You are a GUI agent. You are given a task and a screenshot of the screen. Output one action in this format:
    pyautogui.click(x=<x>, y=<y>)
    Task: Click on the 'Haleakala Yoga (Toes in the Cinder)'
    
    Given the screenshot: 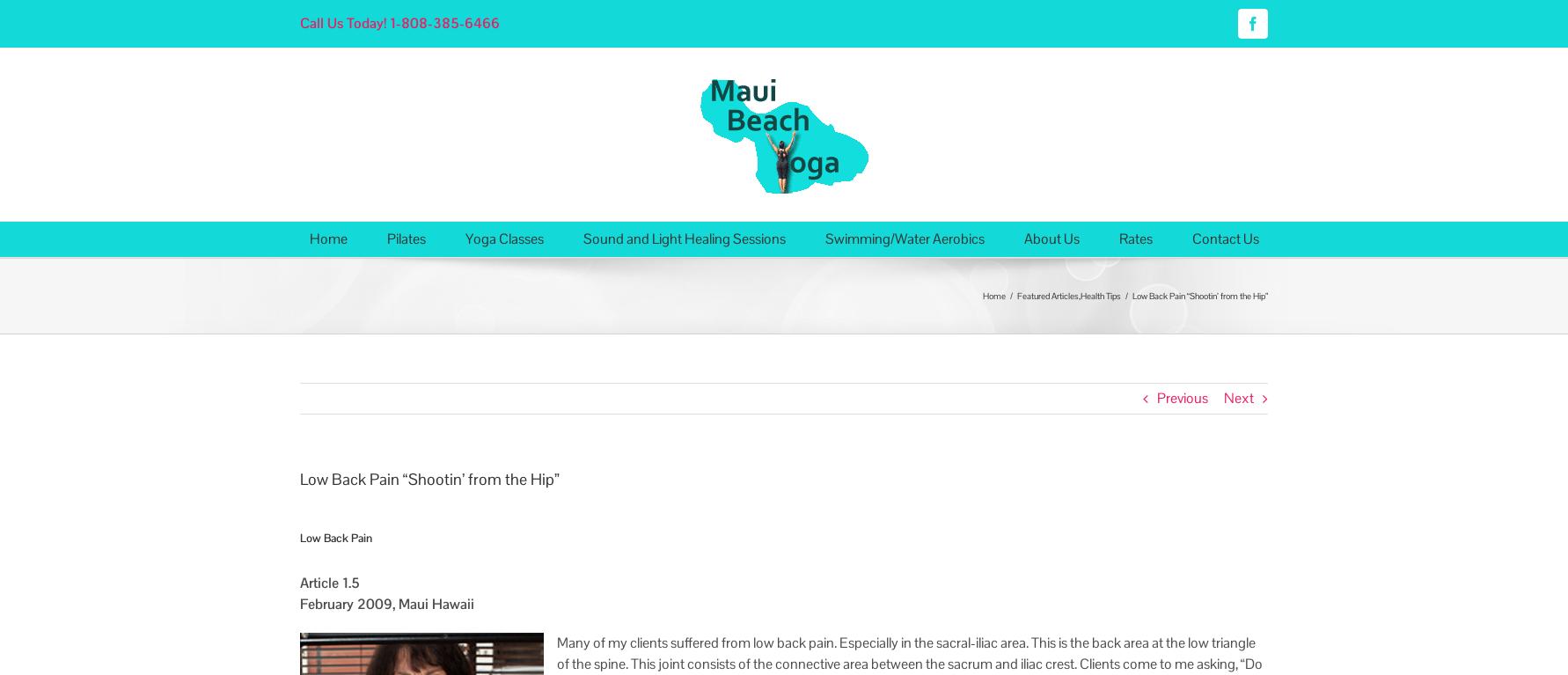 What is the action you would take?
    pyautogui.click(x=540, y=396)
    